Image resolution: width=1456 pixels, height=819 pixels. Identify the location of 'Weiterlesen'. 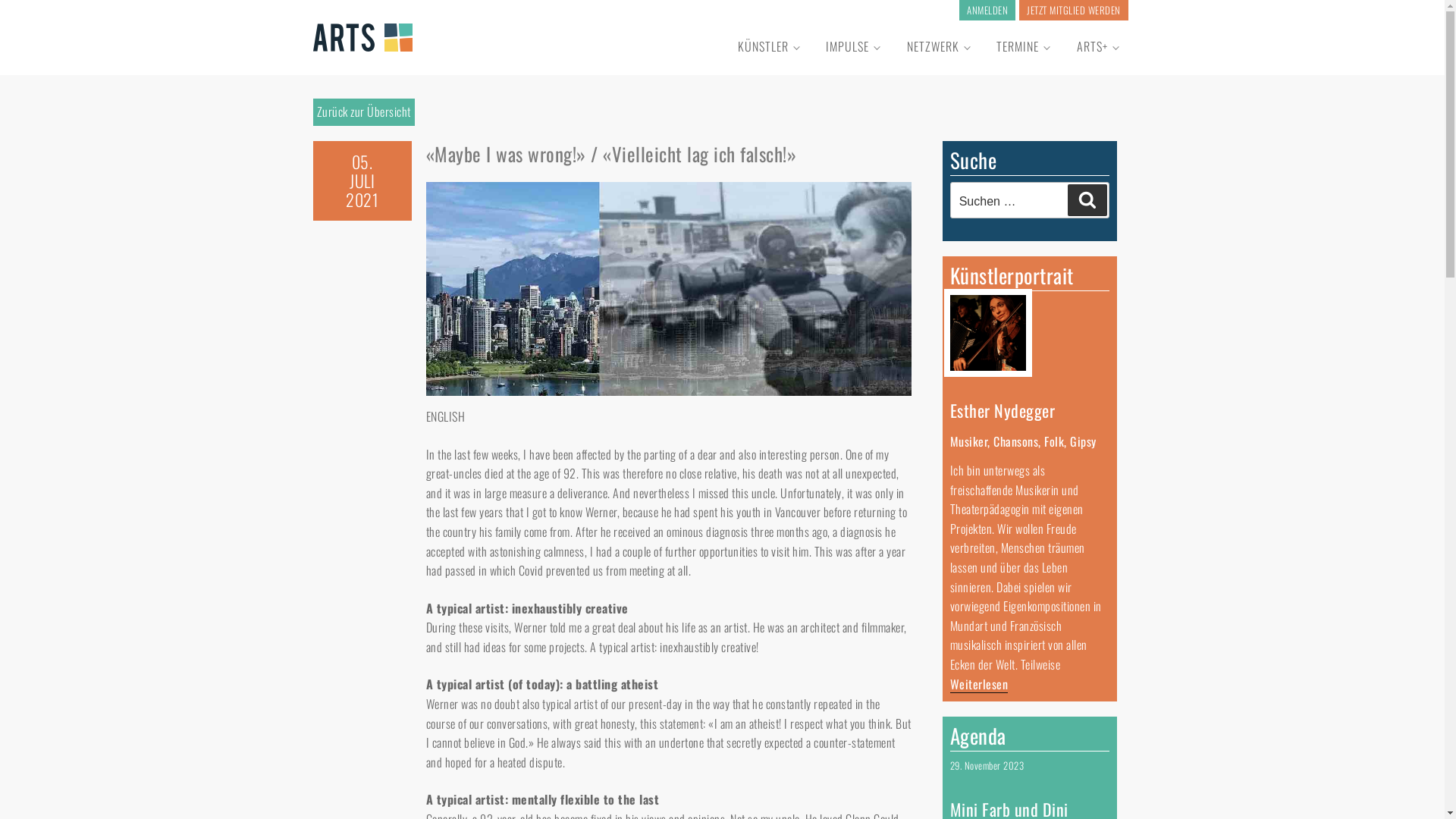
(978, 684).